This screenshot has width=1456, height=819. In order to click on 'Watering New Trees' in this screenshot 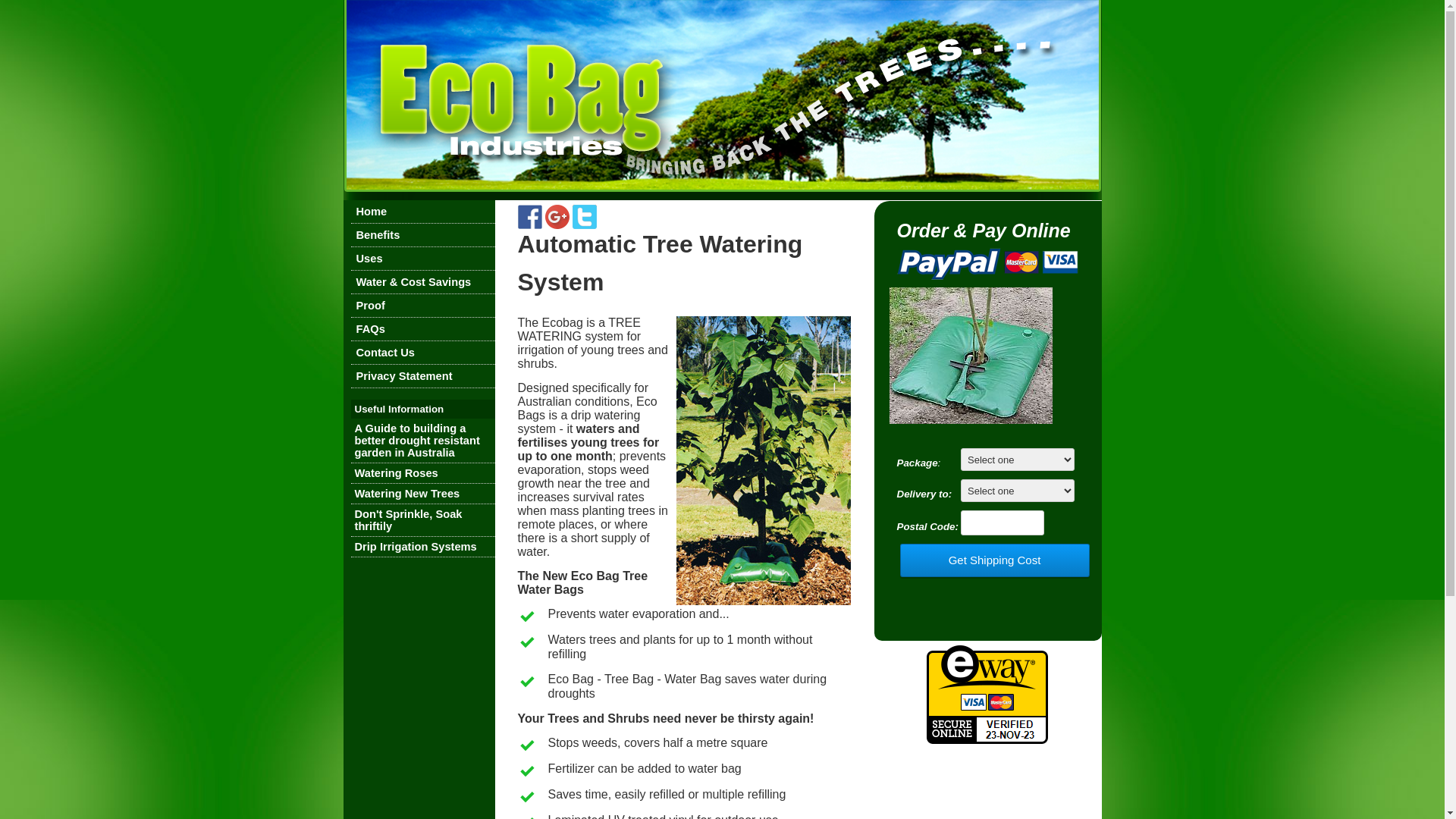, I will do `click(407, 494)`.